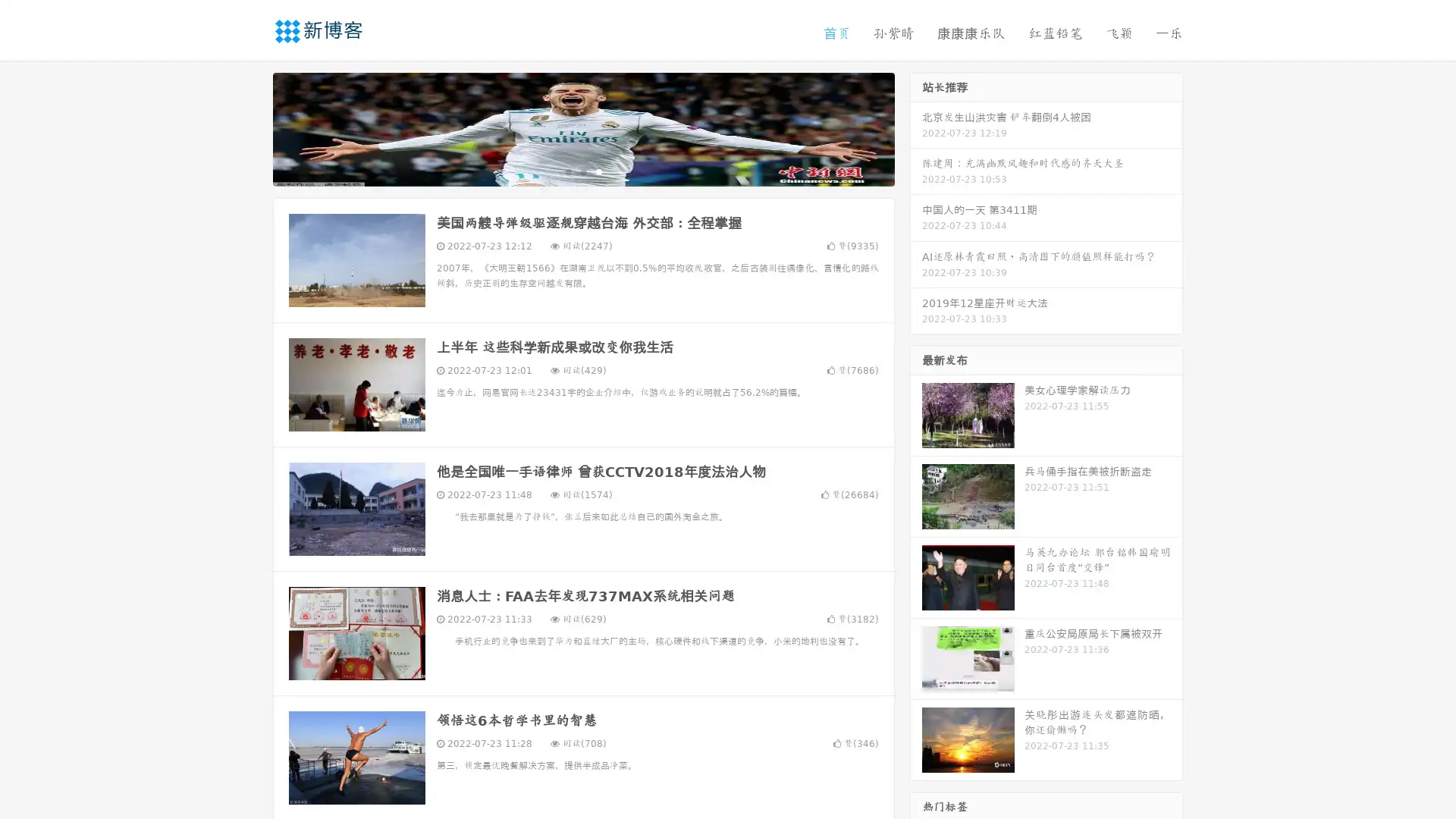 This screenshot has height=819, width=1456. I want to click on Go to slide 3, so click(598, 171).